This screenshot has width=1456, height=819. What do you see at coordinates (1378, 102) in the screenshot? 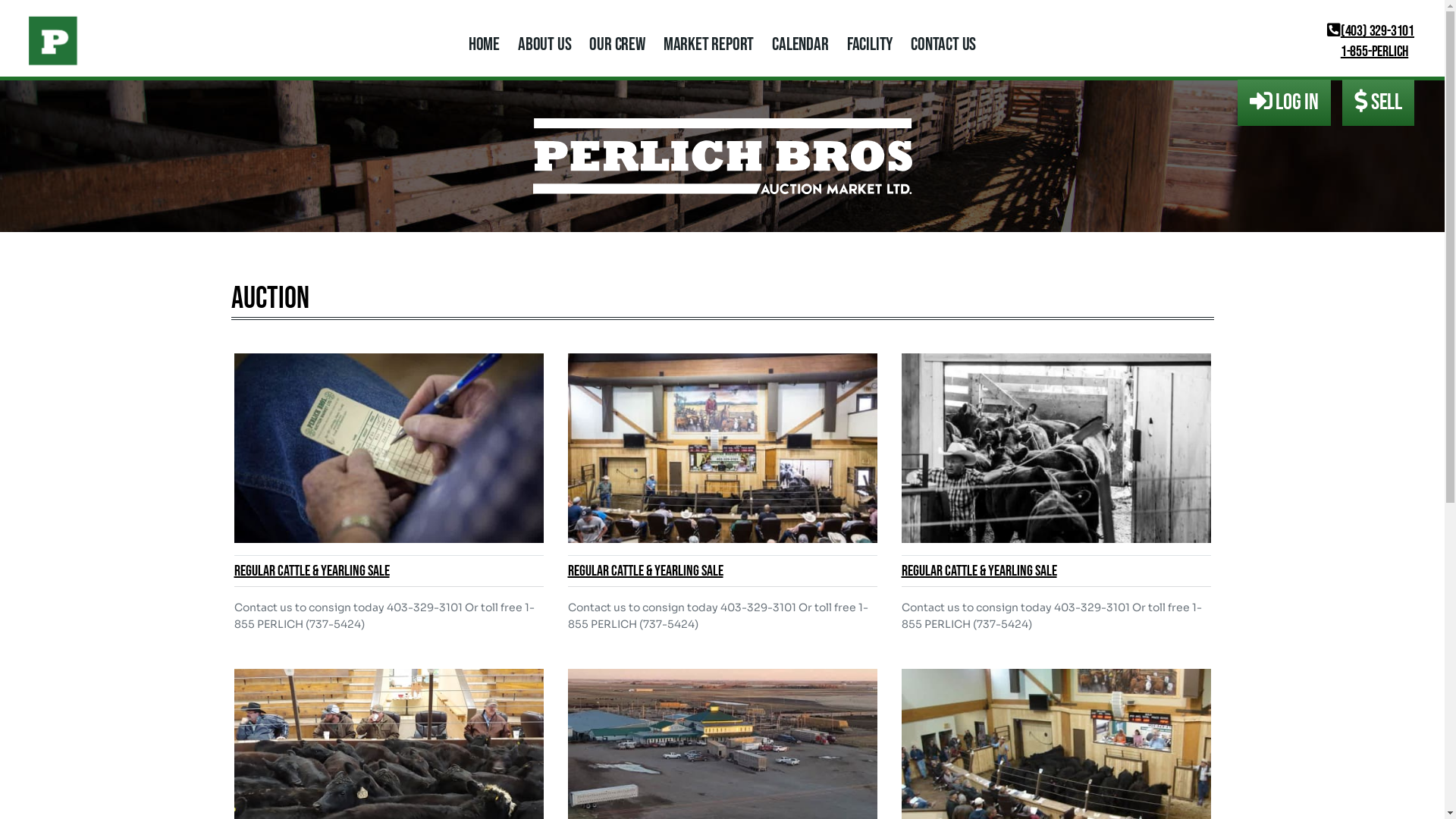
I see `'SELL'` at bounding box center [1378, 102].